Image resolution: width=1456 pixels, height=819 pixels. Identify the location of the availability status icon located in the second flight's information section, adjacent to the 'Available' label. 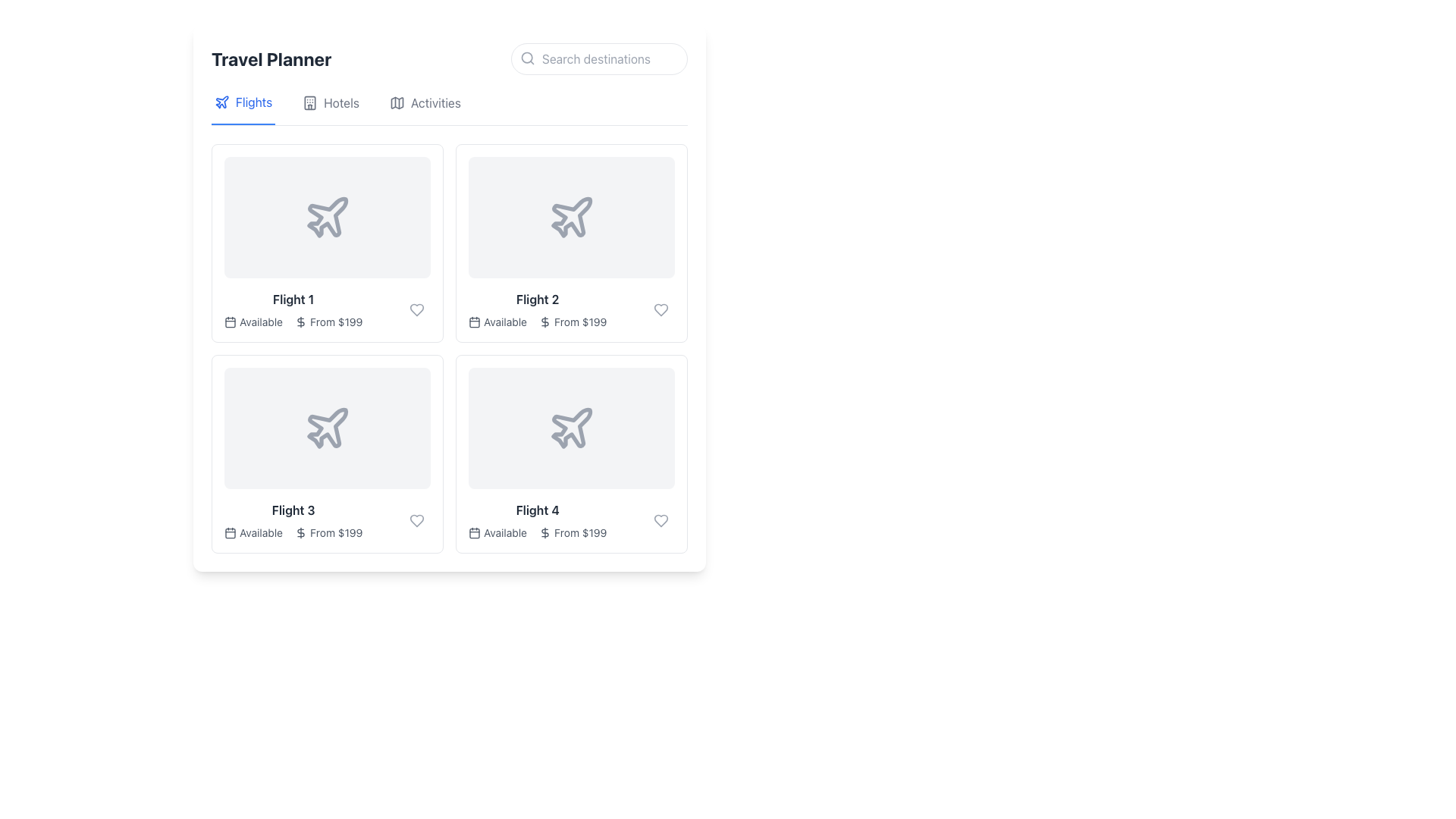
(473, 321).